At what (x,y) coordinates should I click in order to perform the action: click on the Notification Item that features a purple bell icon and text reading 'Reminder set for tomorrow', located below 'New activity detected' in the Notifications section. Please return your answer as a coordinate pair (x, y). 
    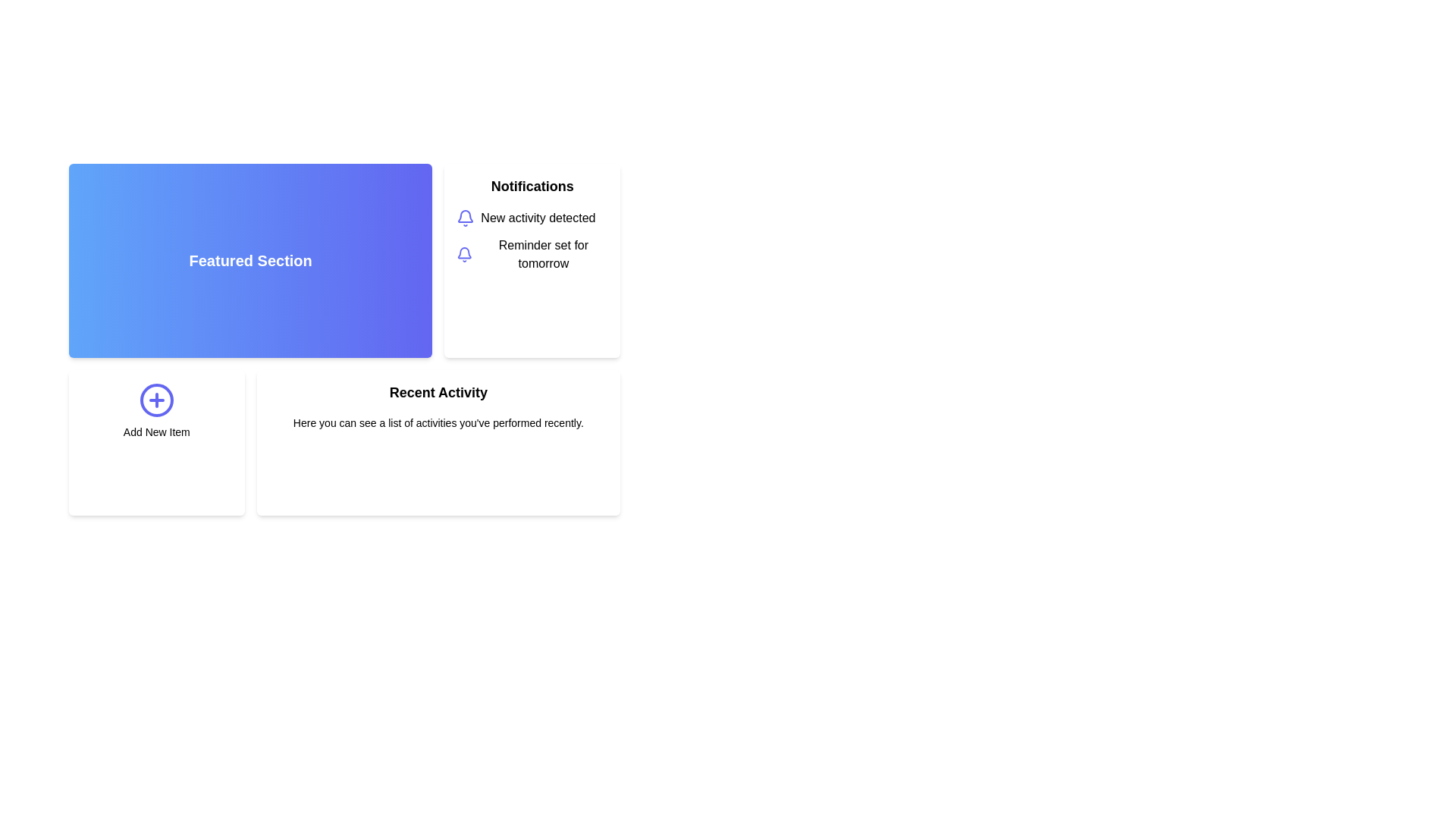
    Looking at the image, I should click on (532, 253).